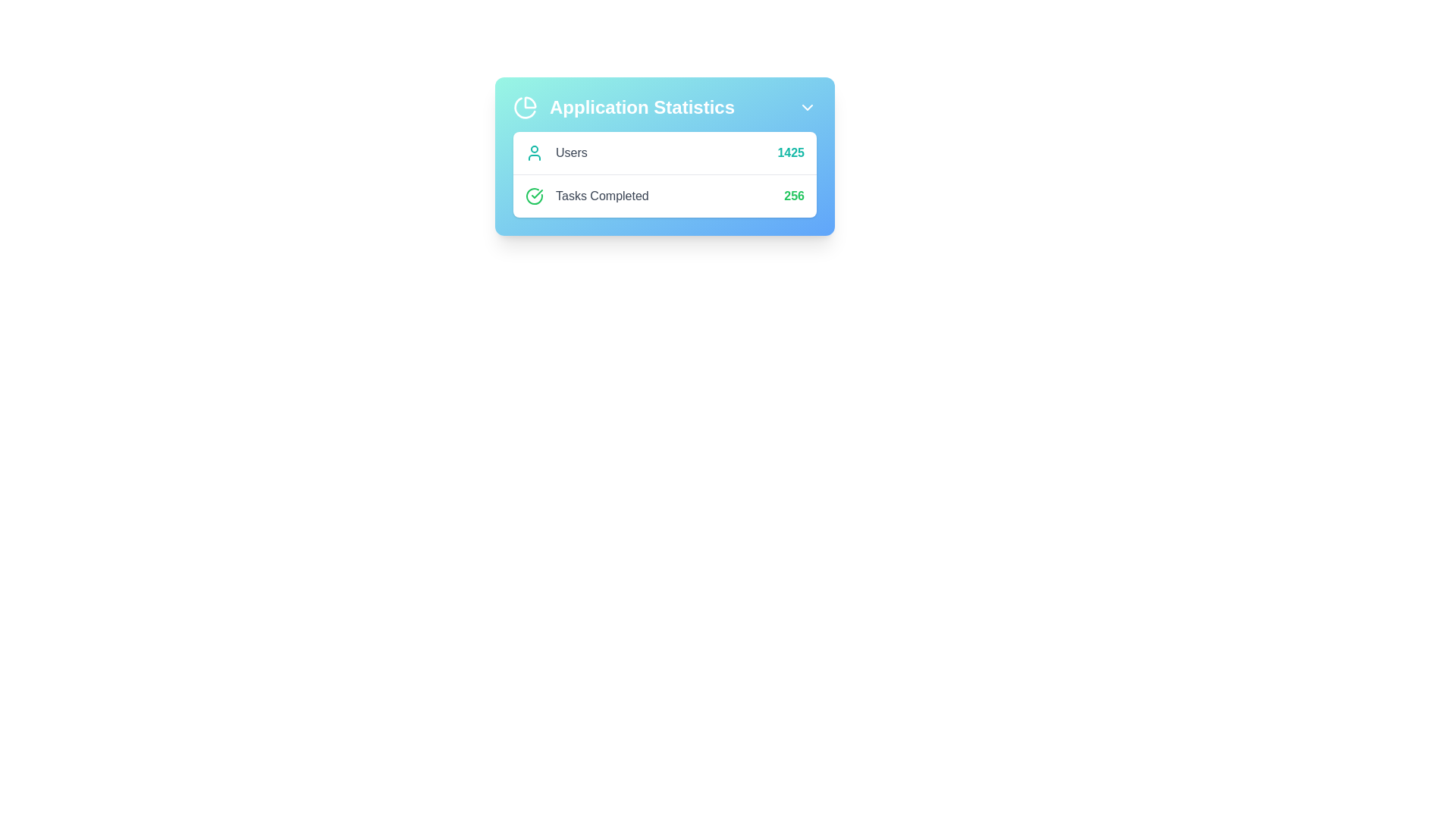 The width and height of the screenshot is (1456, 819). I want to click on the icon button located on the far right side of the 'Application Statistics' header, so click(807, 107).